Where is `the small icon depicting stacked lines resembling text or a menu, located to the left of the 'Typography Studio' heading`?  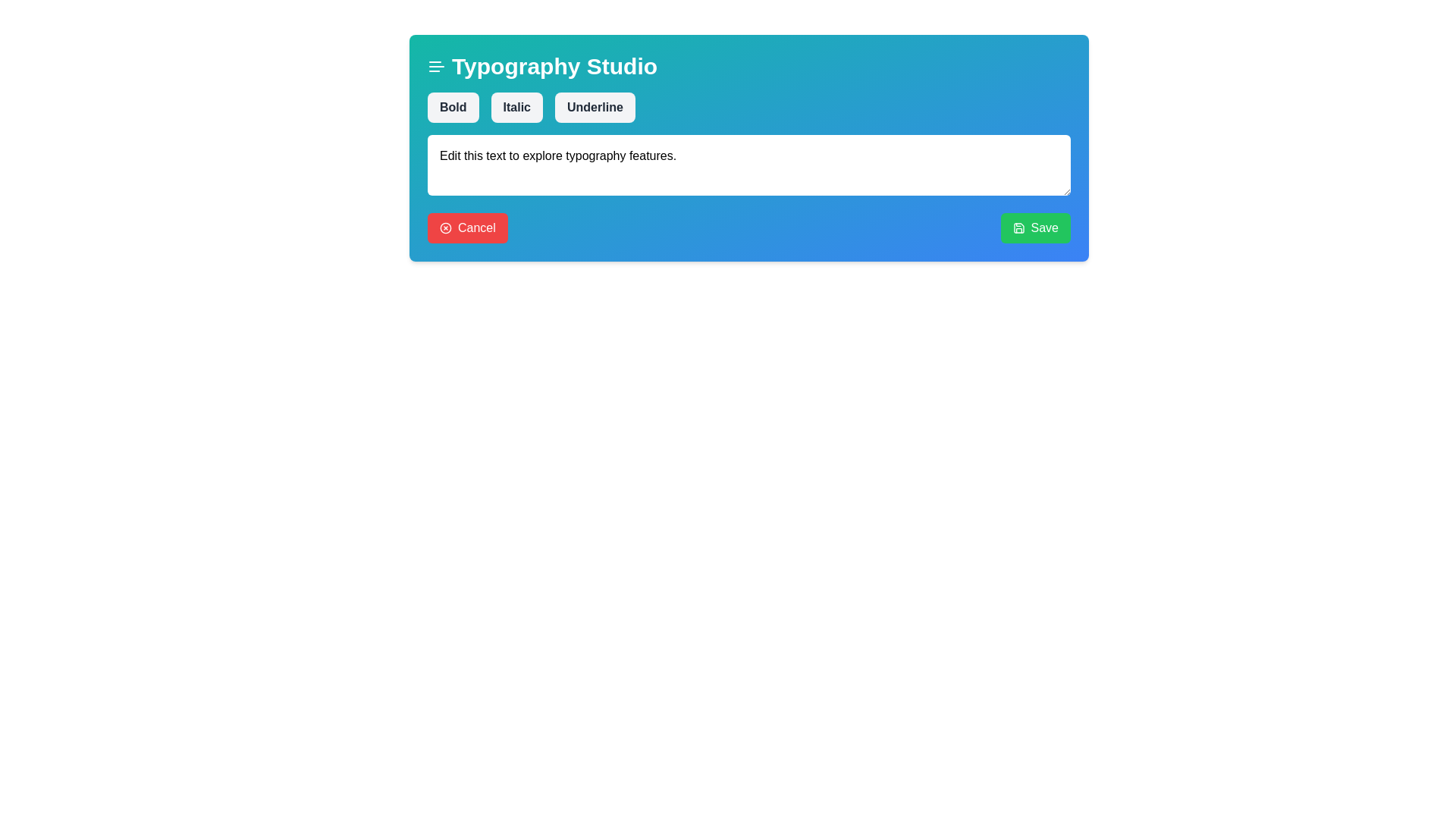
the small icon depicting stacked lines resembling text or a menu, located to the left of the 'Typography Studio' heading is located at coordinates (436, 66).